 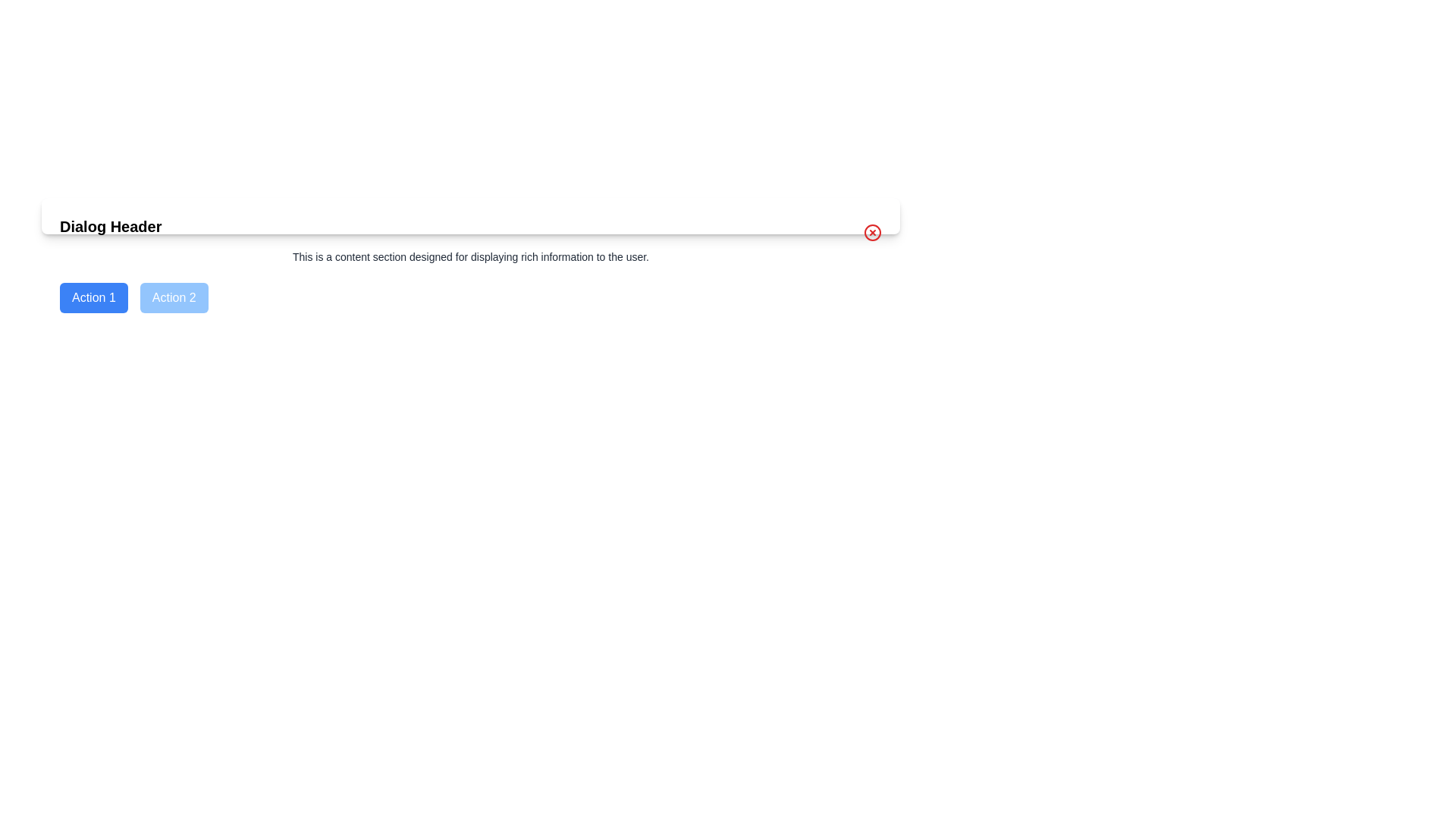 What do you see at coordinates (174, 298) in the screenshot?
I see `the 'Action 2' button` at bounding box center [174, 298].